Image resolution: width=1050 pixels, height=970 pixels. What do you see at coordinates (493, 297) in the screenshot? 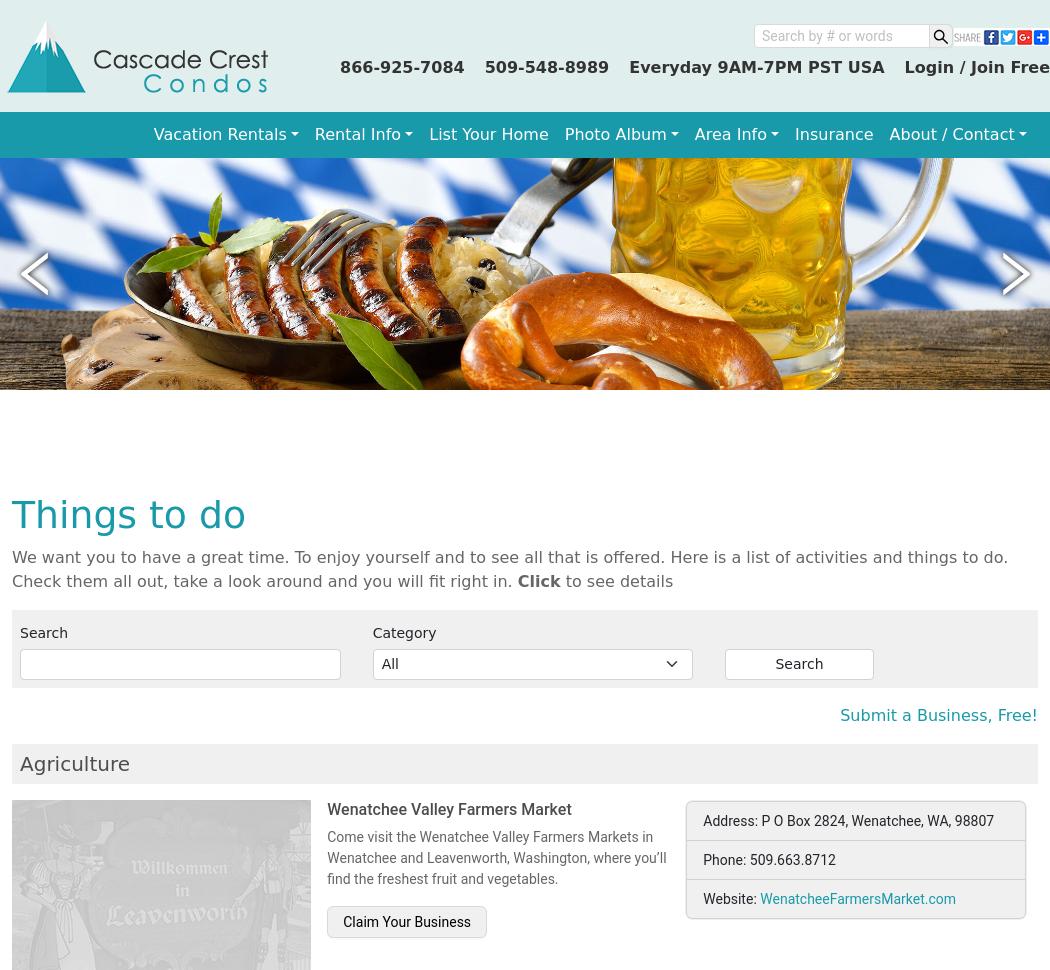
I see `'Central Washington Helicopter is based in Wenatchee, WA and specializes in the Aerial application of agricultural pesticides, herbicides and fertilizers.'` at bounding box center [493, 297].